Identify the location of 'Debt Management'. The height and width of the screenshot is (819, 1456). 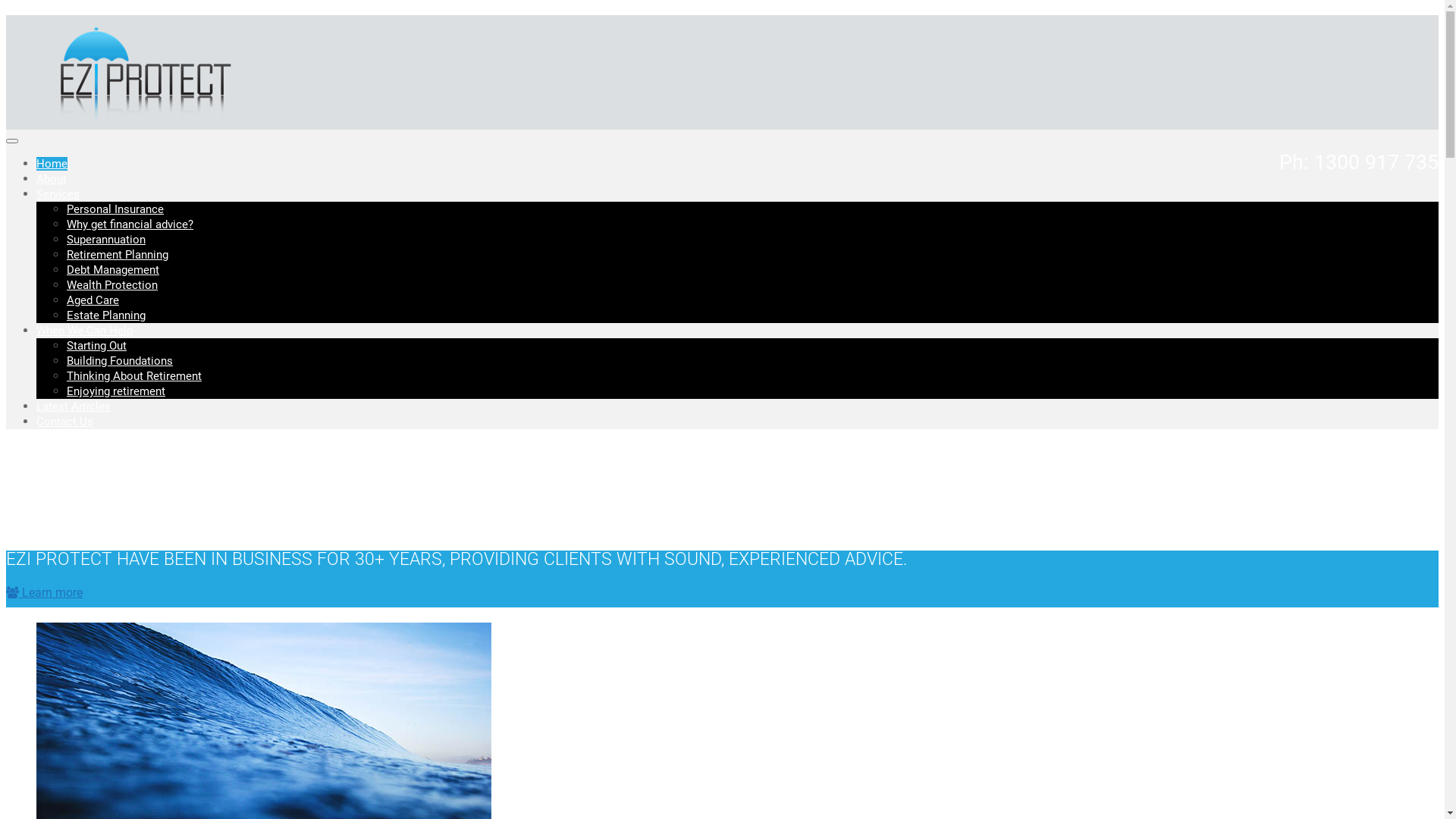
(111, 268).